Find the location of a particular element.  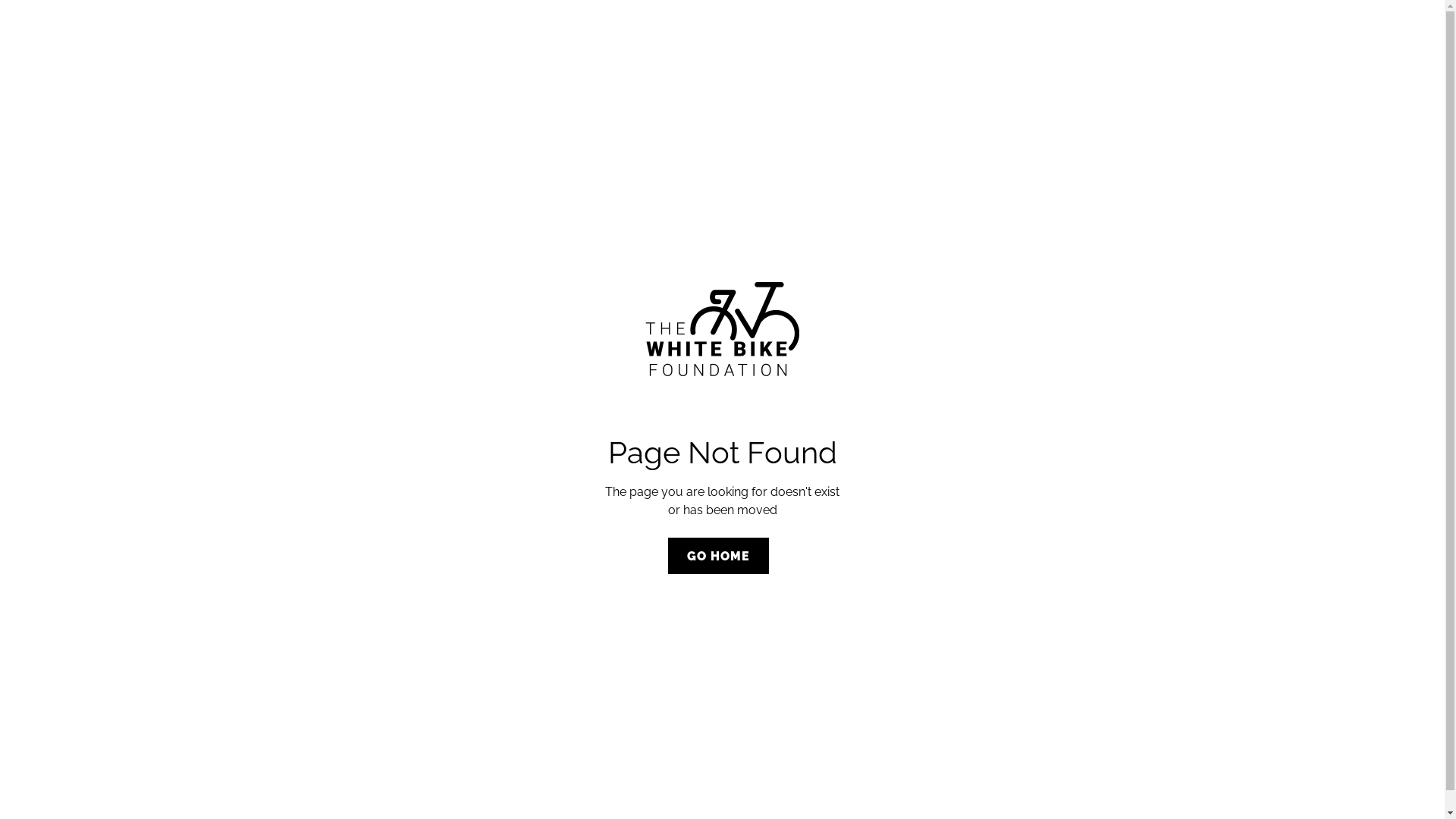

'GO HOME' is located at coordinates (717, 555).